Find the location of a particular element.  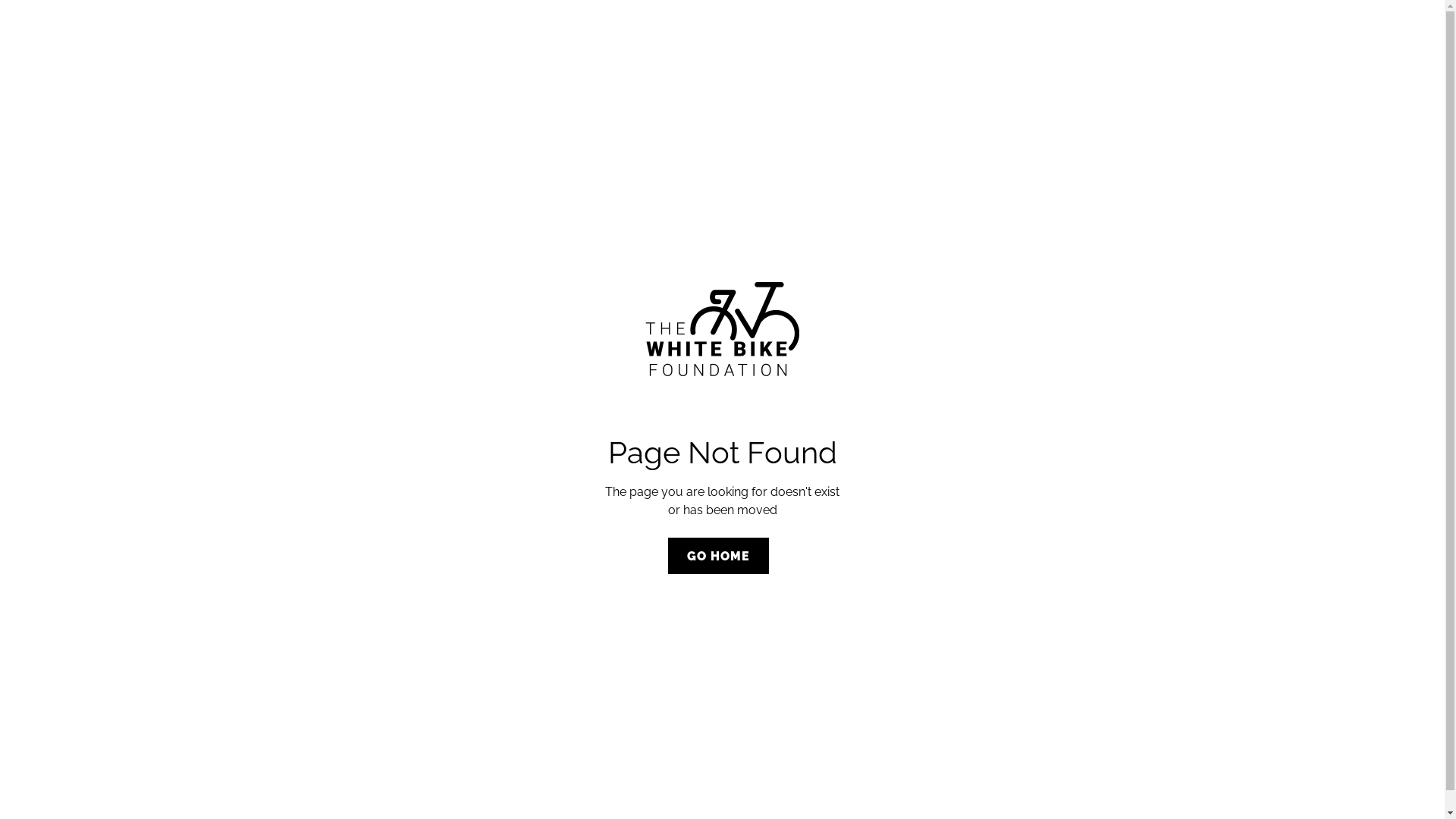

'GO HOME' is located at coordinates (717, 555).